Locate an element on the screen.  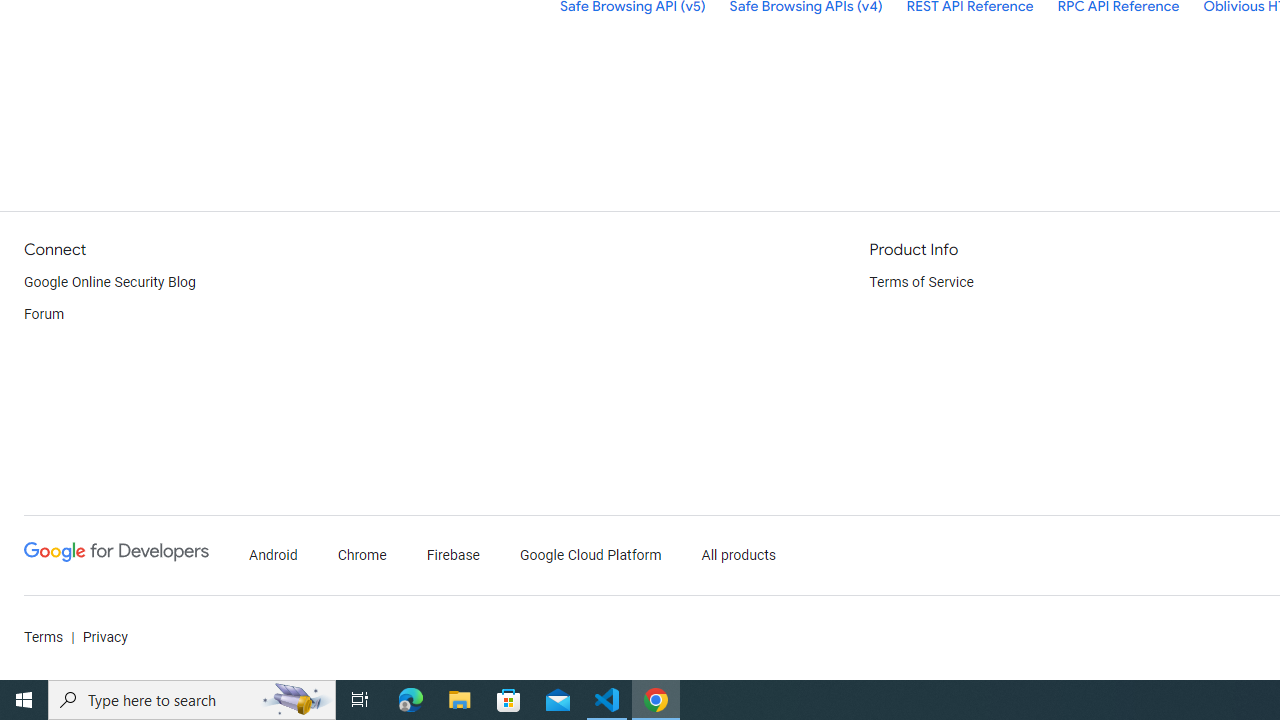
'Forum' is located at coordinates (44, 315).